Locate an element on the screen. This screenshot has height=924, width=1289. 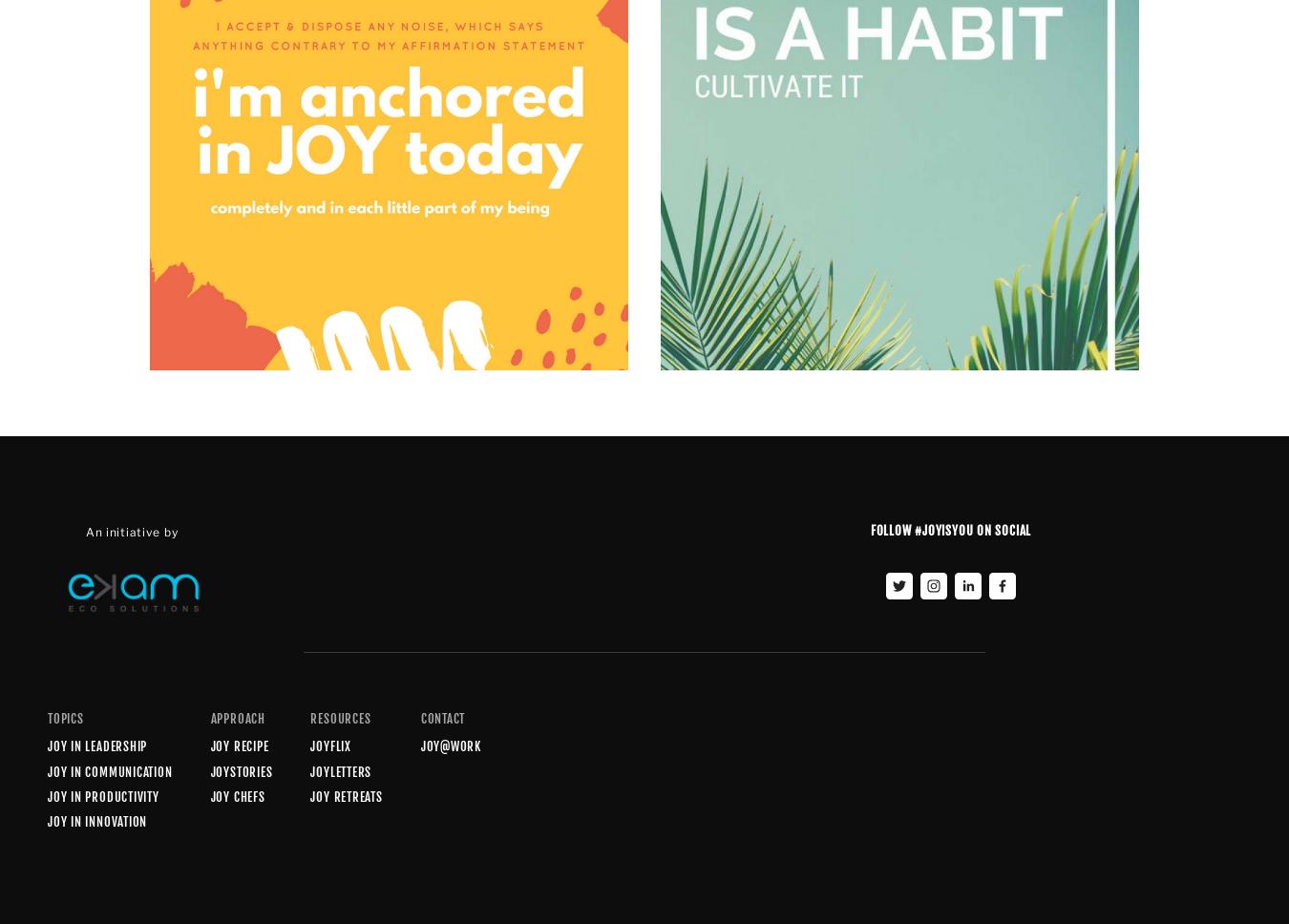
'Topics' is located at coordinates (64, 719).